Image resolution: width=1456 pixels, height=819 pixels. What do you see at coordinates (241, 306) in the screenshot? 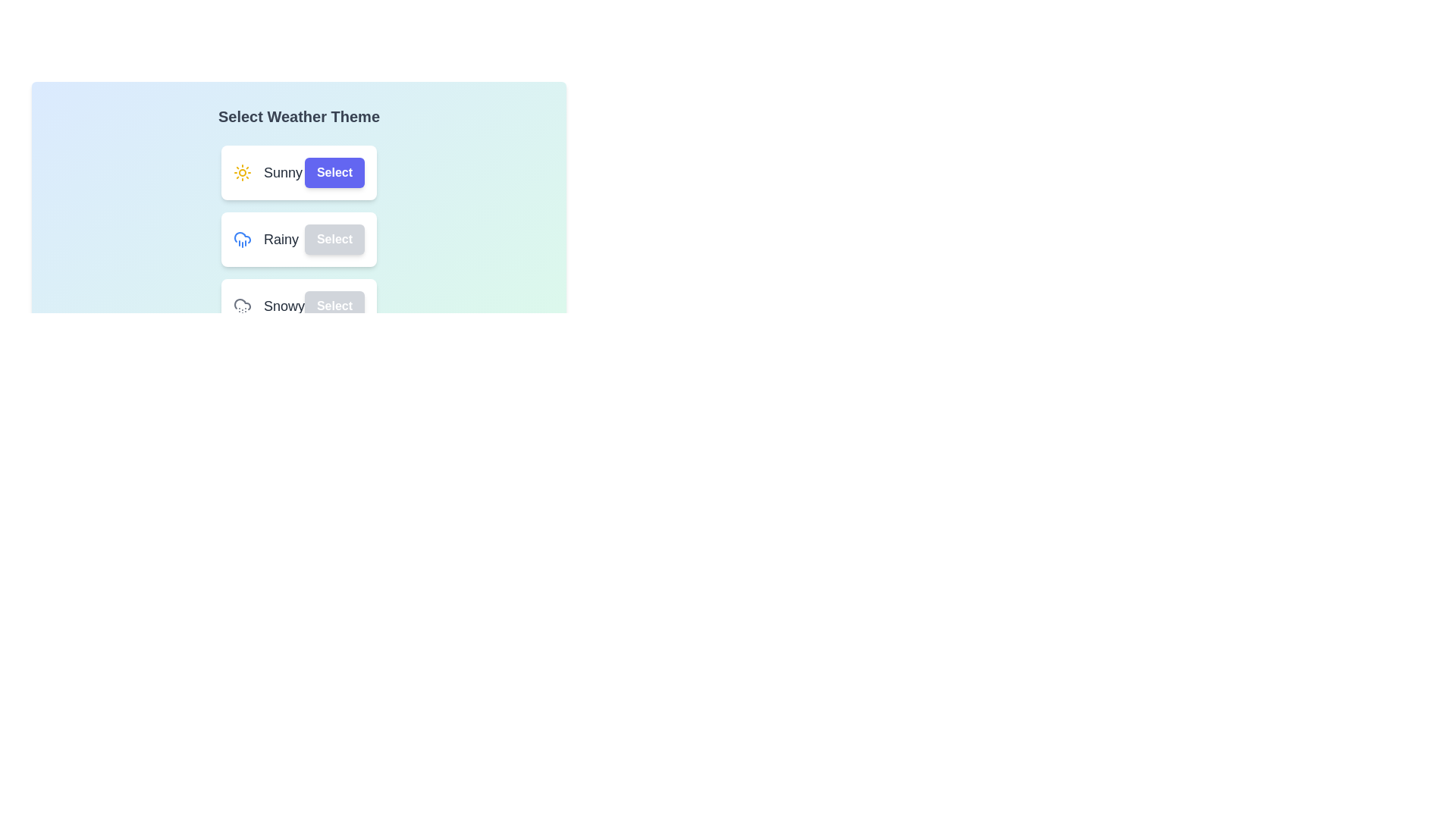
I see `the icon for the snowy weather theme` at bounding box center [241, 306].